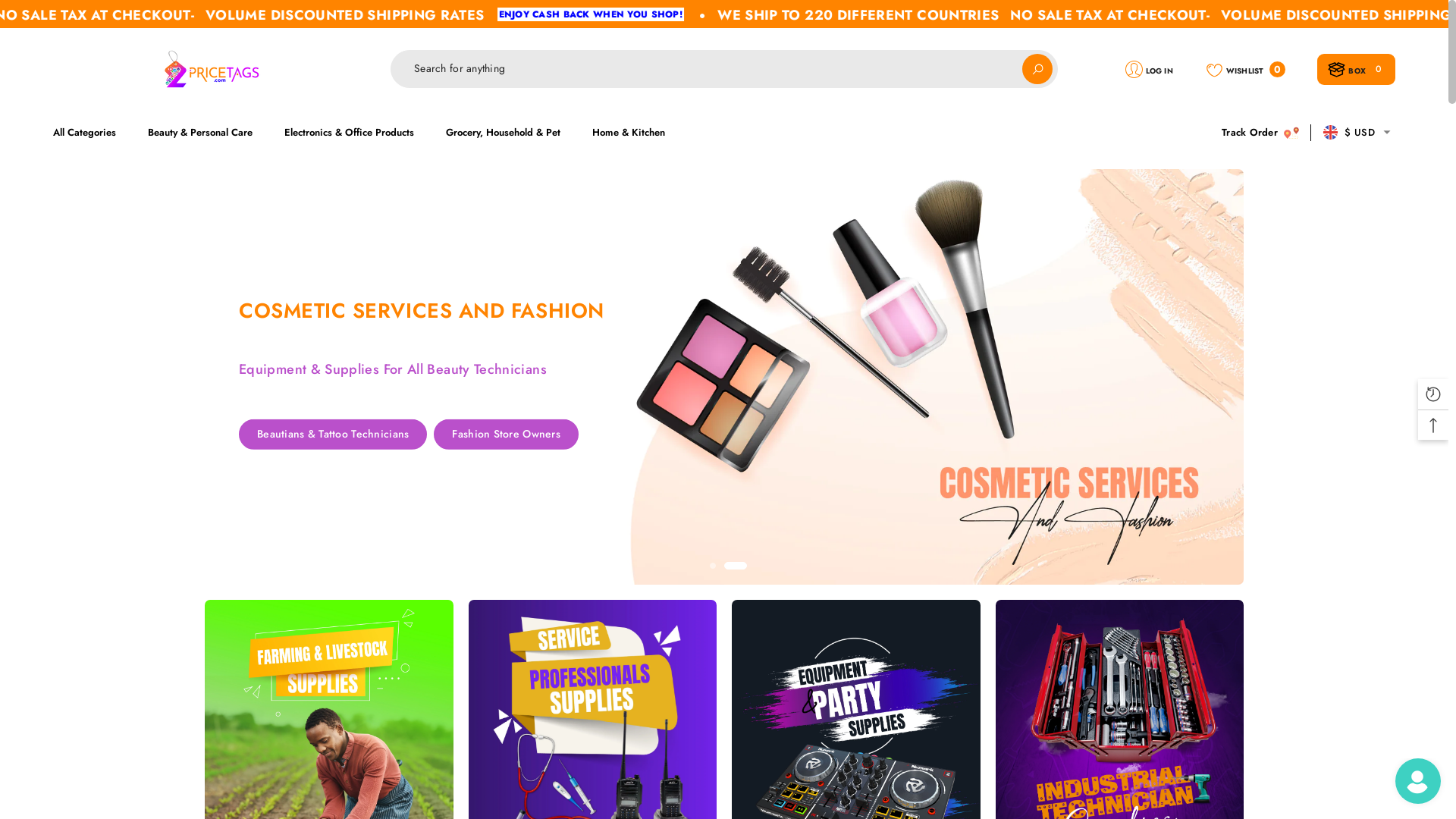  What do you see at coordinates (238, 464) in the screenshot?
I see `'Beautians & Tattoo Technicians'` at bounding box center [238, 464].